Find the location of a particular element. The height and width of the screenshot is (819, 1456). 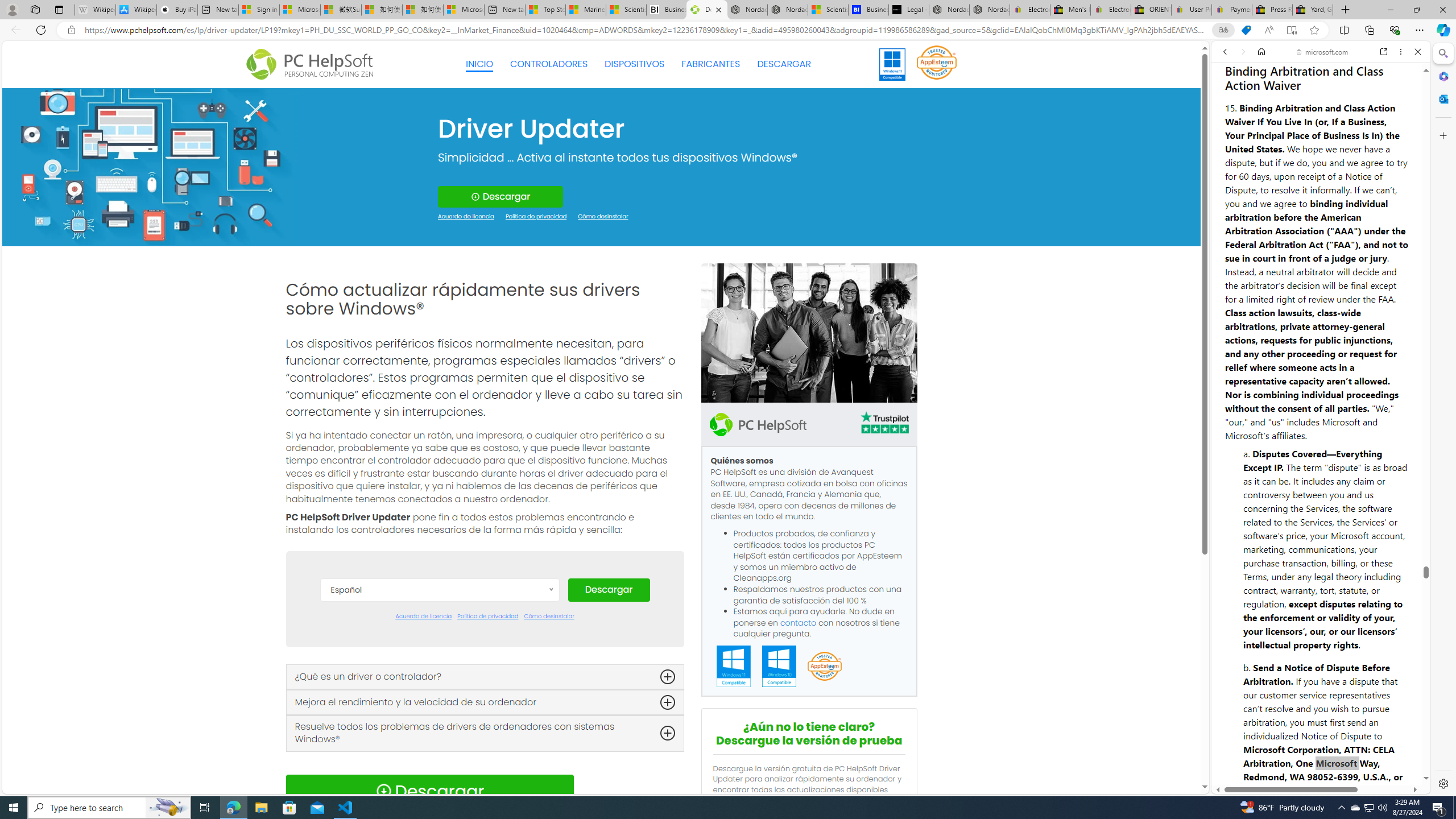

'Descargar' is located at coordinates (608, 590).